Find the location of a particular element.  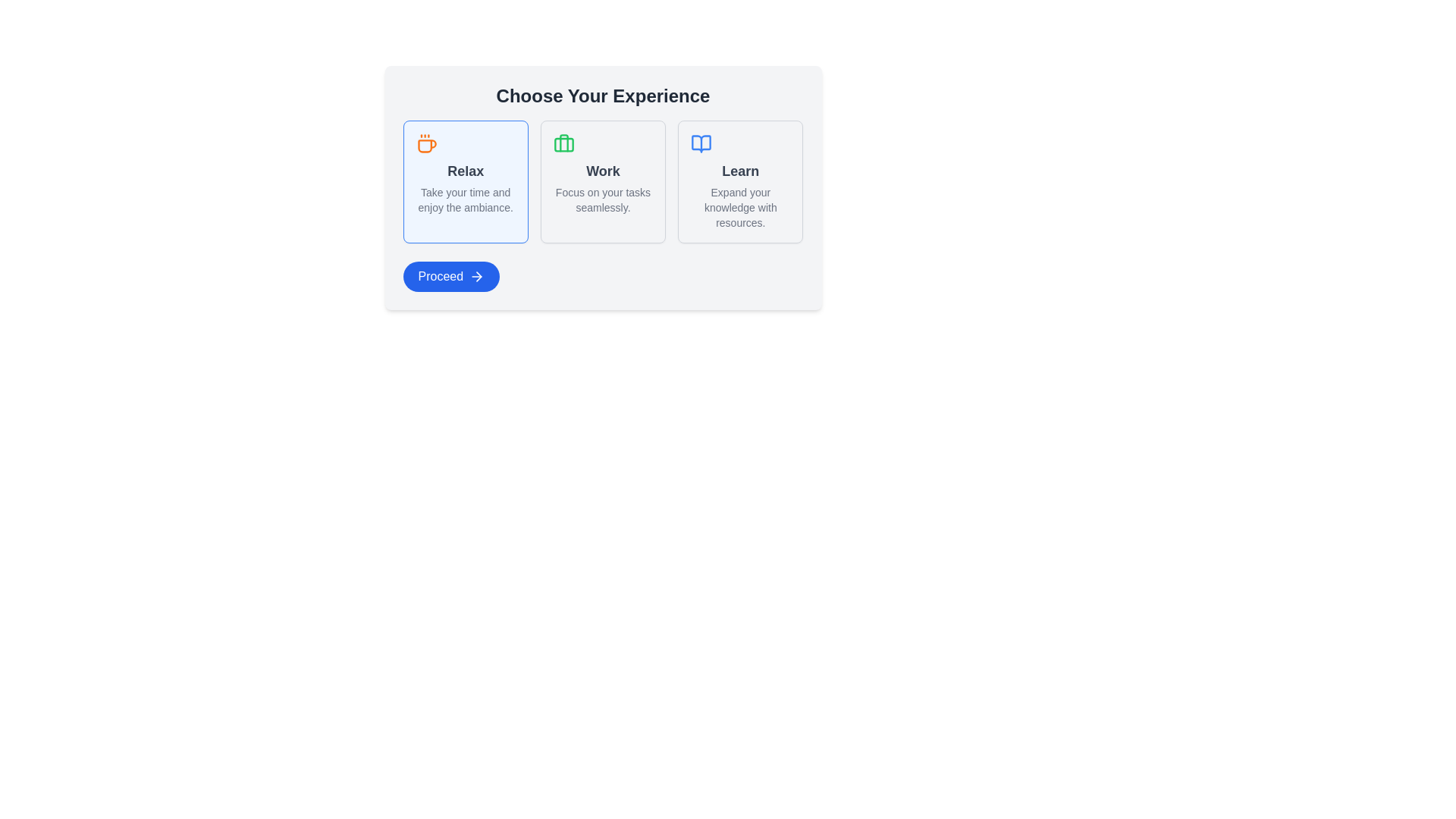

the 'Learn' icon, which symbolizes the learning action within the 'Learn' card layout is located at coordinates (701, 143).